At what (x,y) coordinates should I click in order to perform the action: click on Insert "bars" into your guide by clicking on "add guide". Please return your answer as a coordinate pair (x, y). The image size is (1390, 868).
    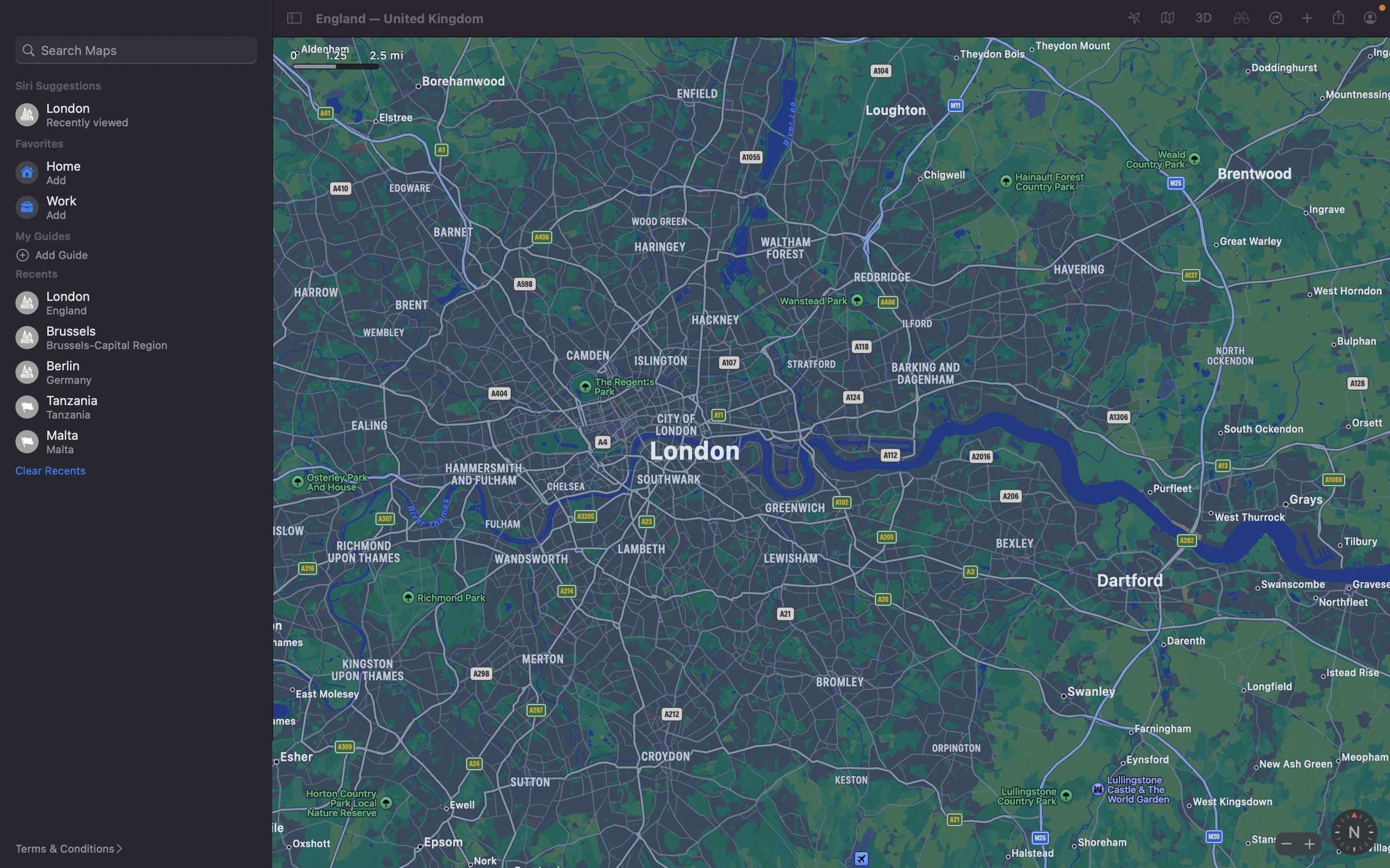
    Looking at the image, I should click on (140, 254).